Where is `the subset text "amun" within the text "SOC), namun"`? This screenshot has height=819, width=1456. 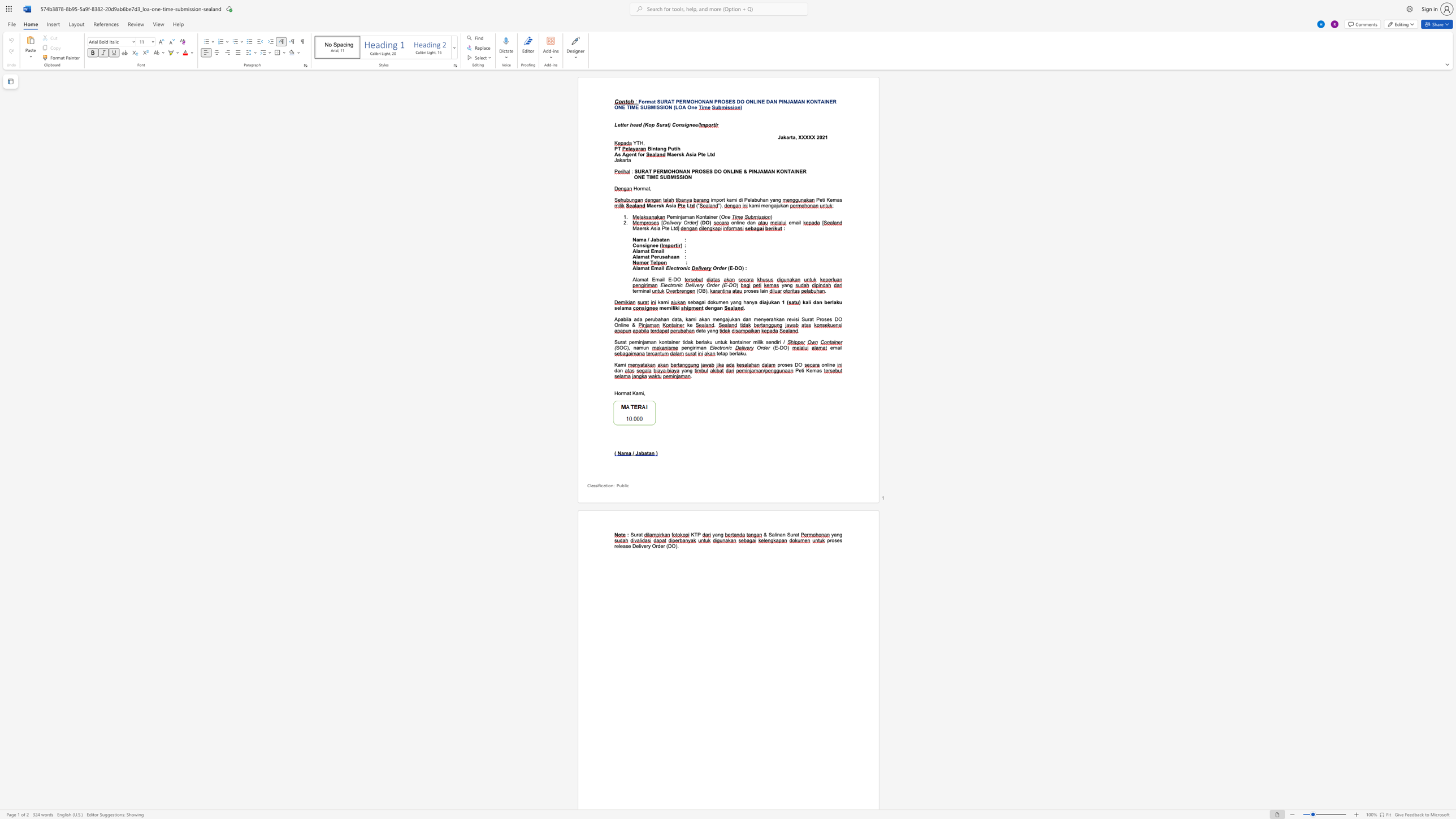 the subset text "amun" within the text "SOC), namun" is located at coordinates (636, 347).